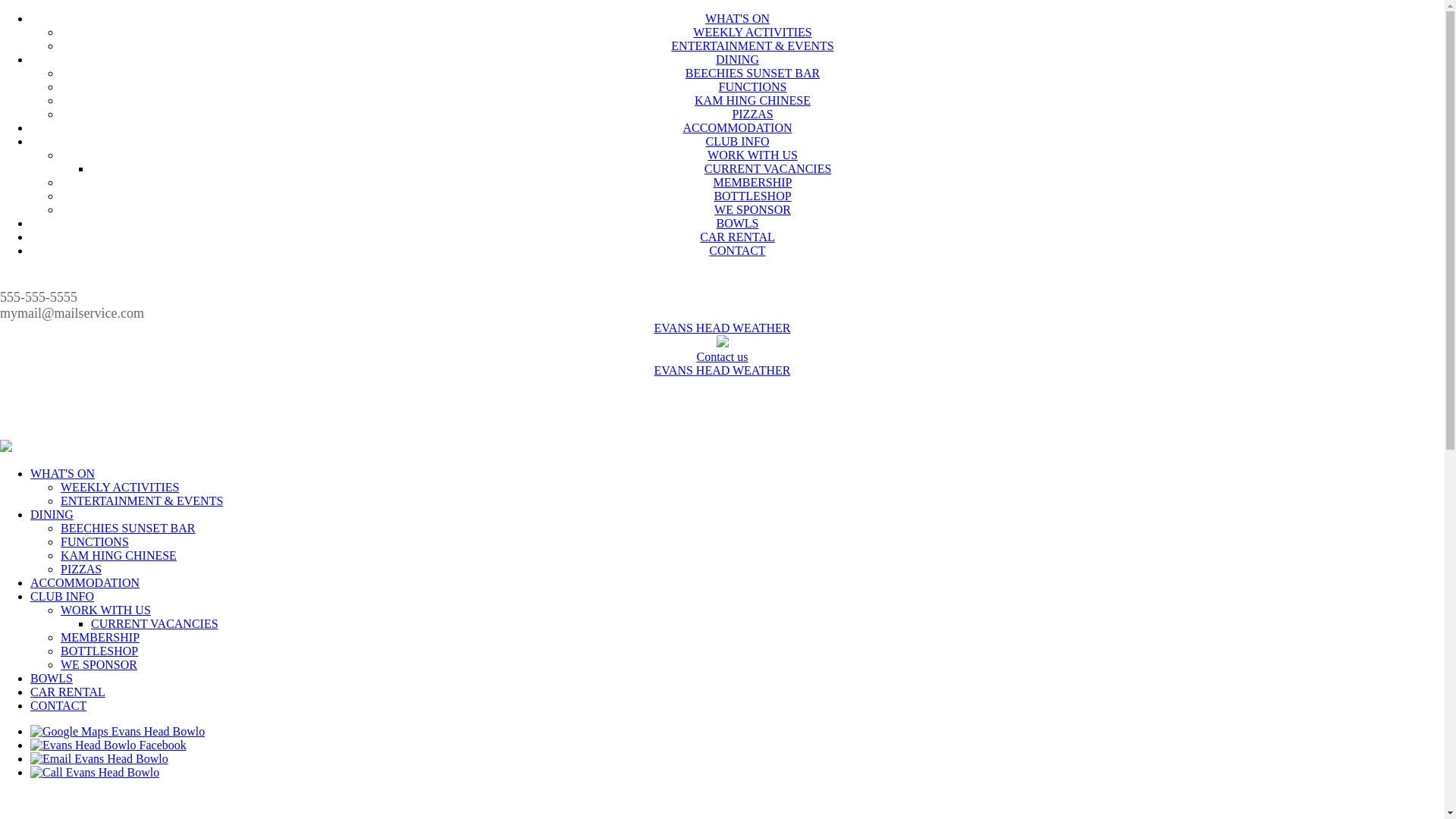 Image resolution: width=1456 pixels, height=819 pixels. Describe the element at coordinates (752, 155) in the screenshot. I see `'WORK WITH US'` at that location.